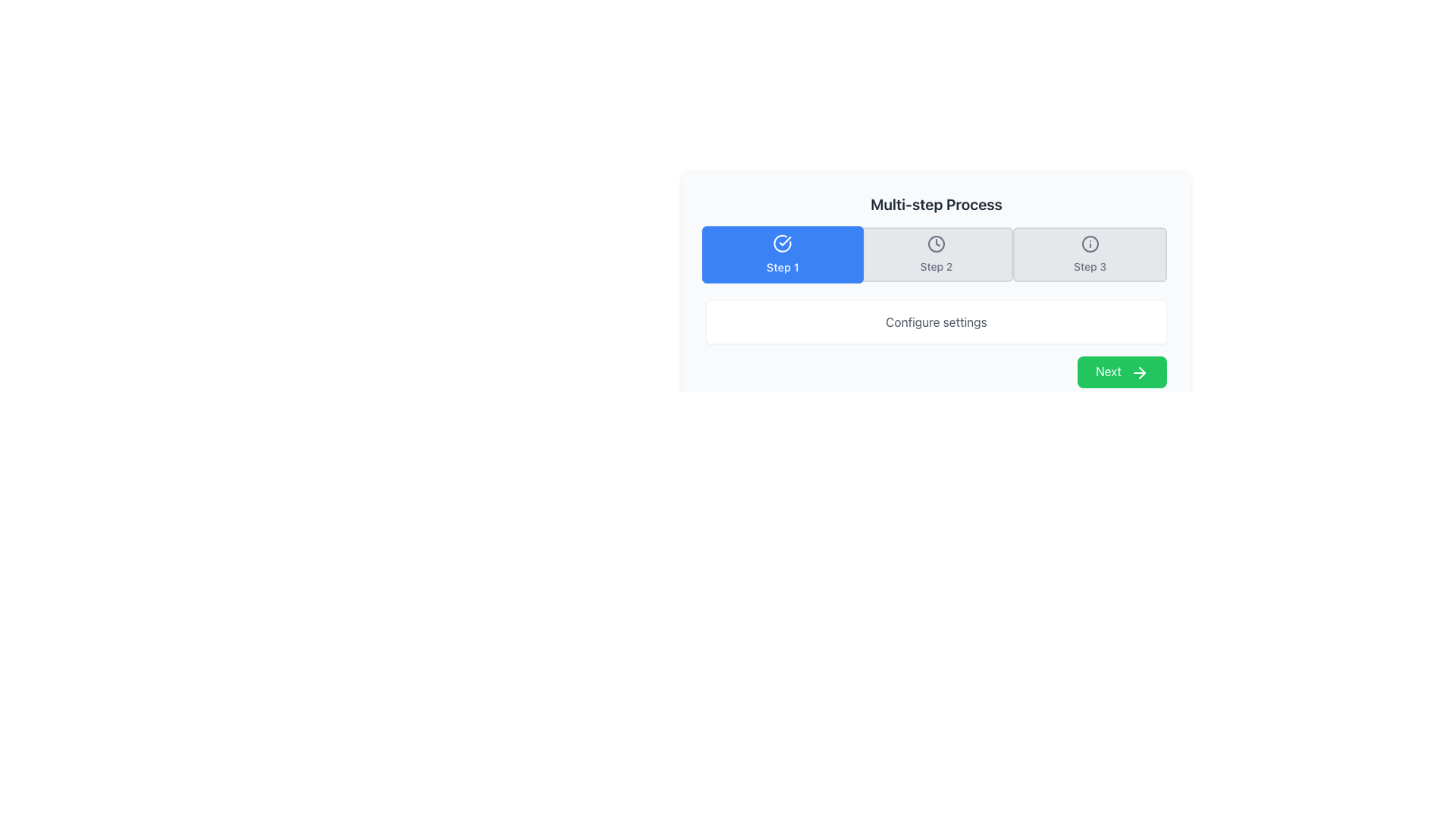  I want to click on the first button in the horizontal step progress indicator, so click(783, 253).